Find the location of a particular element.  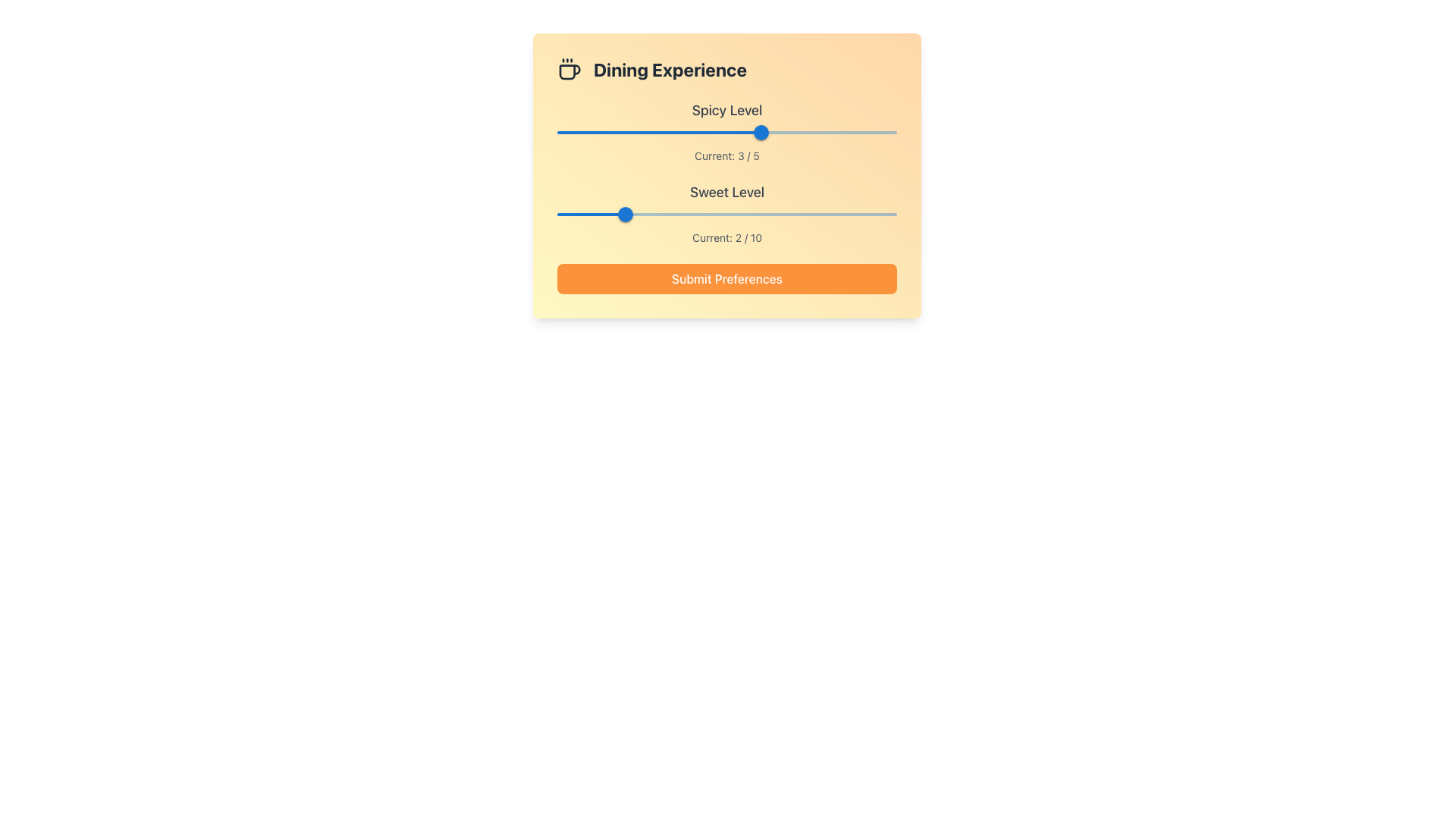

the Slider Rail element of the first slider in the 'Dining Experience' card, which is positioned horizontally above the 'Current: 3 / 5' text and below the 'Spicy Level' label is located at coordinates (726, 131).